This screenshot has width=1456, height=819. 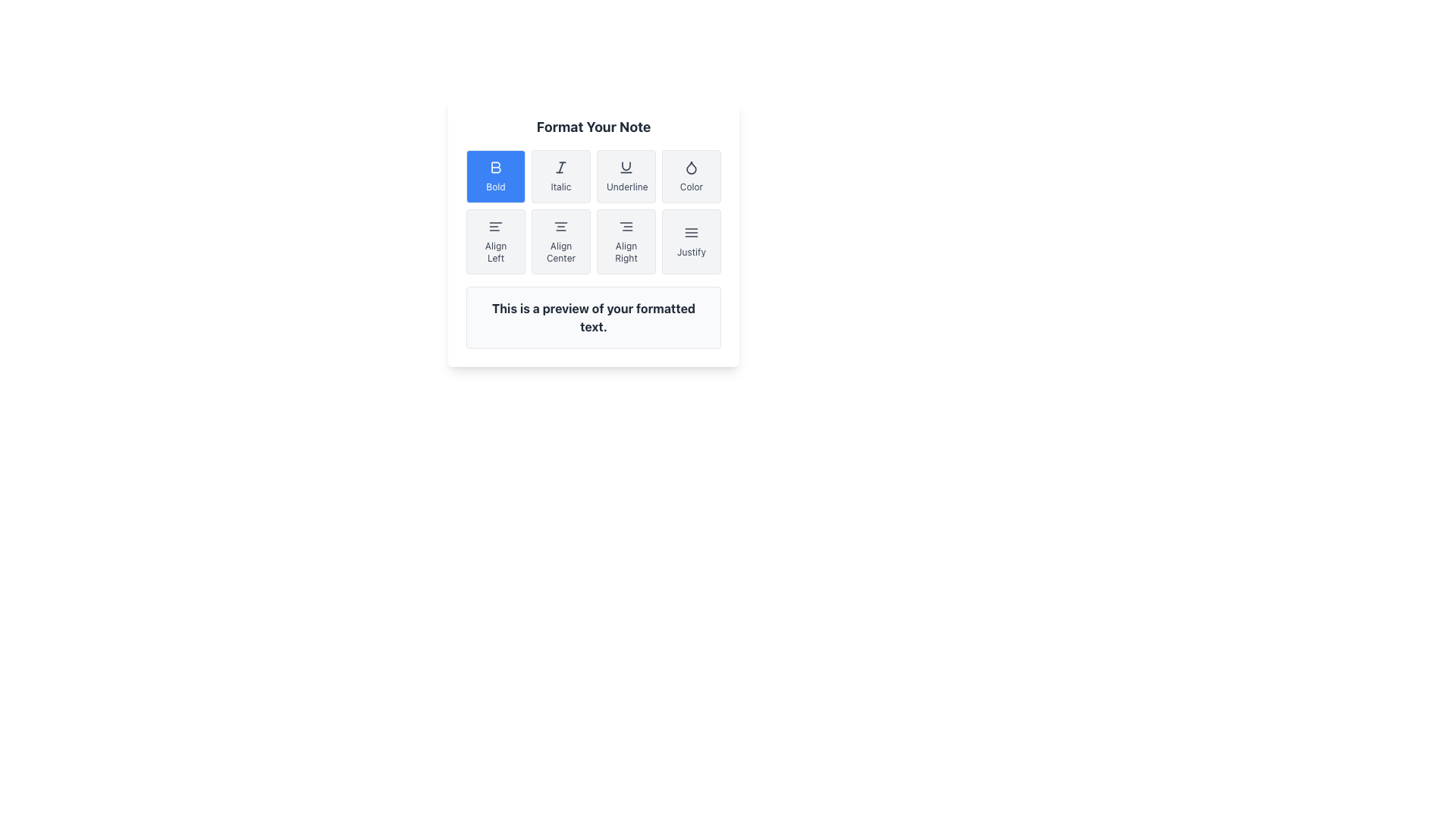 What do you see at coordinates (691, 241) in the screenshot?
I see `the text justification button located in the bottom-right cell of the formatting options grid to justify the selected text or paragraph` at bounding box center [691, 241].